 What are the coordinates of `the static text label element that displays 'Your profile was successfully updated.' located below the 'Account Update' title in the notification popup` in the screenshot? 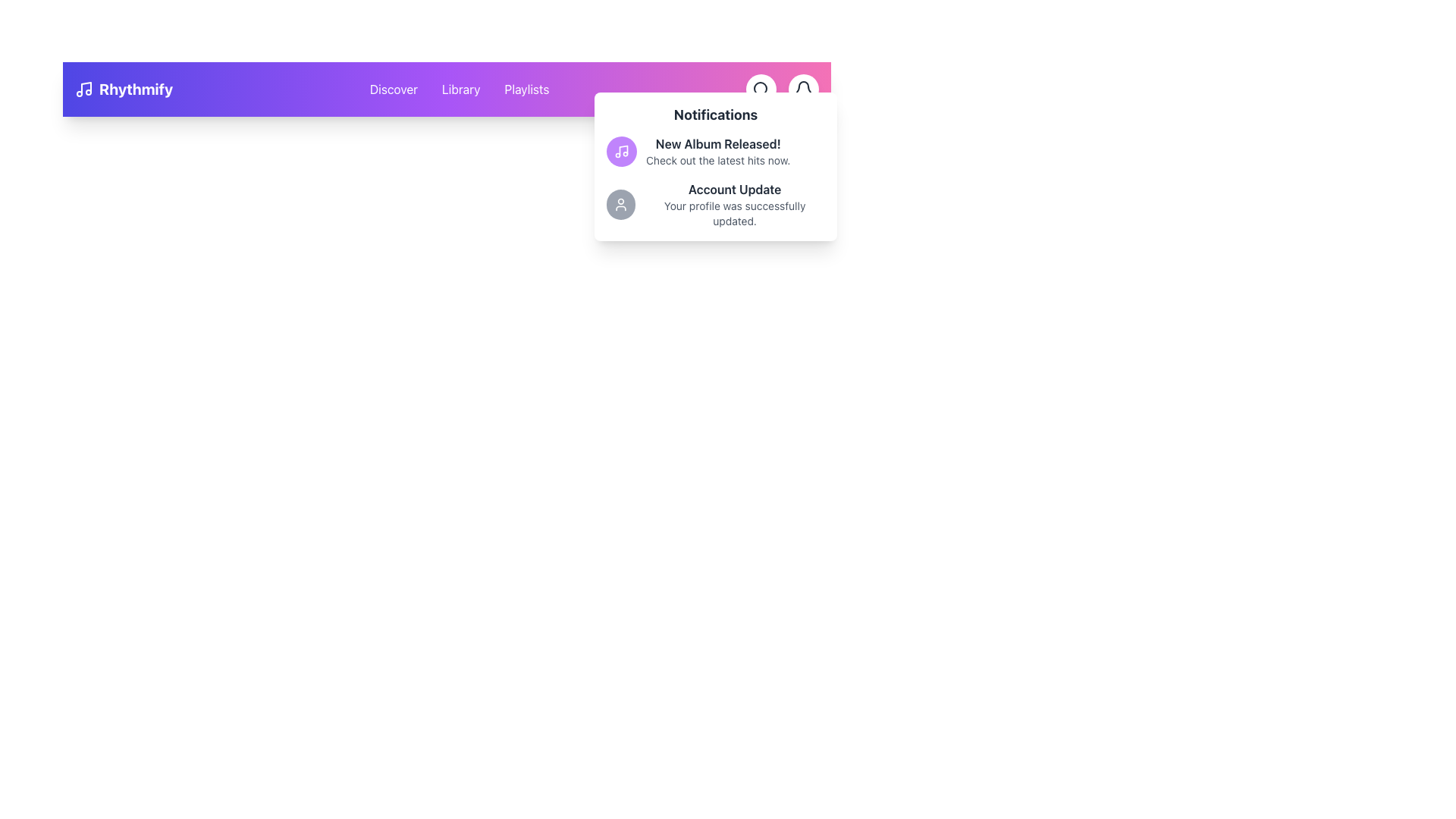 It's located at (735, 213).